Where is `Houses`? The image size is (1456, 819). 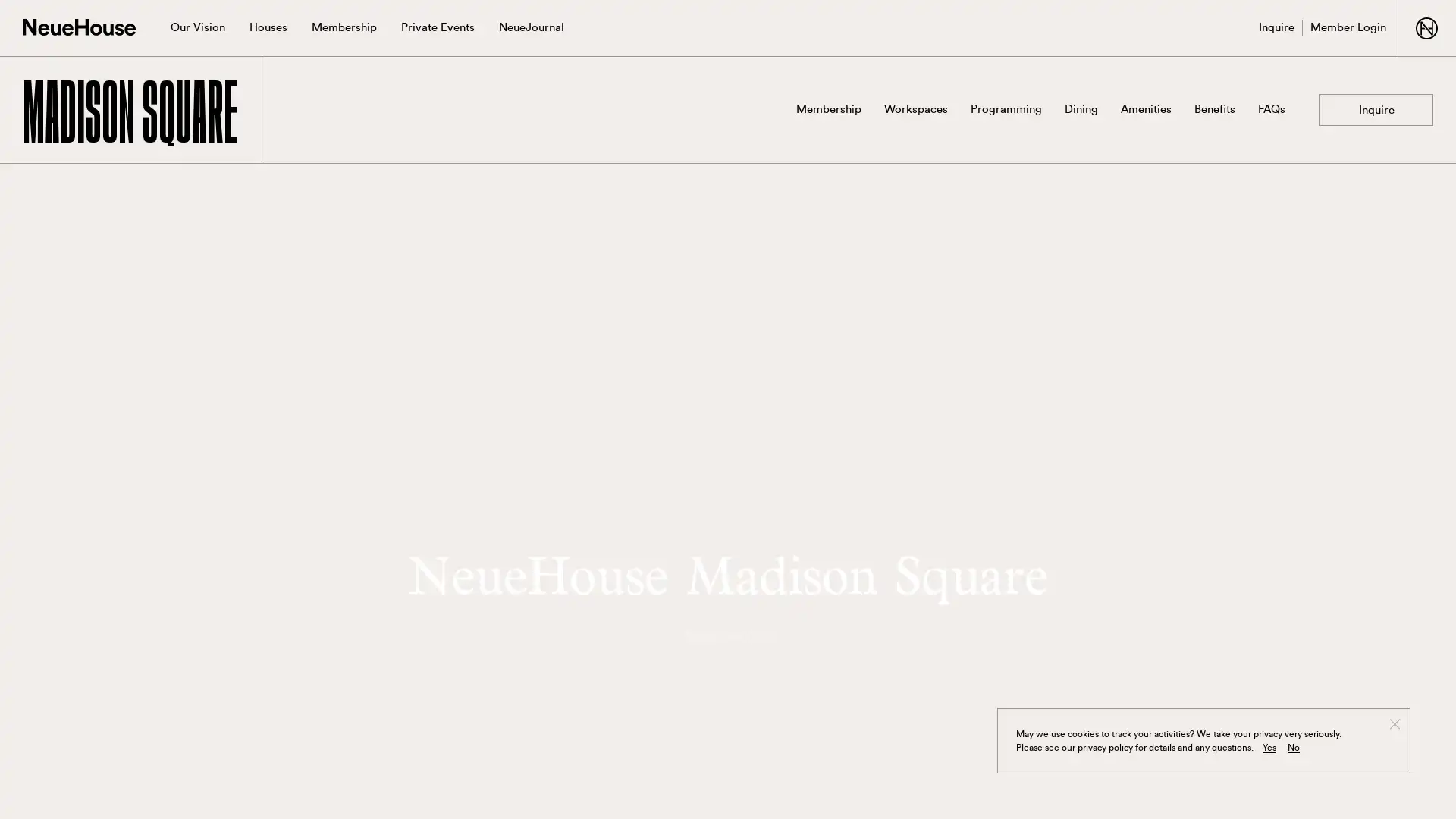
Houses is located at coordinates (268, 28).